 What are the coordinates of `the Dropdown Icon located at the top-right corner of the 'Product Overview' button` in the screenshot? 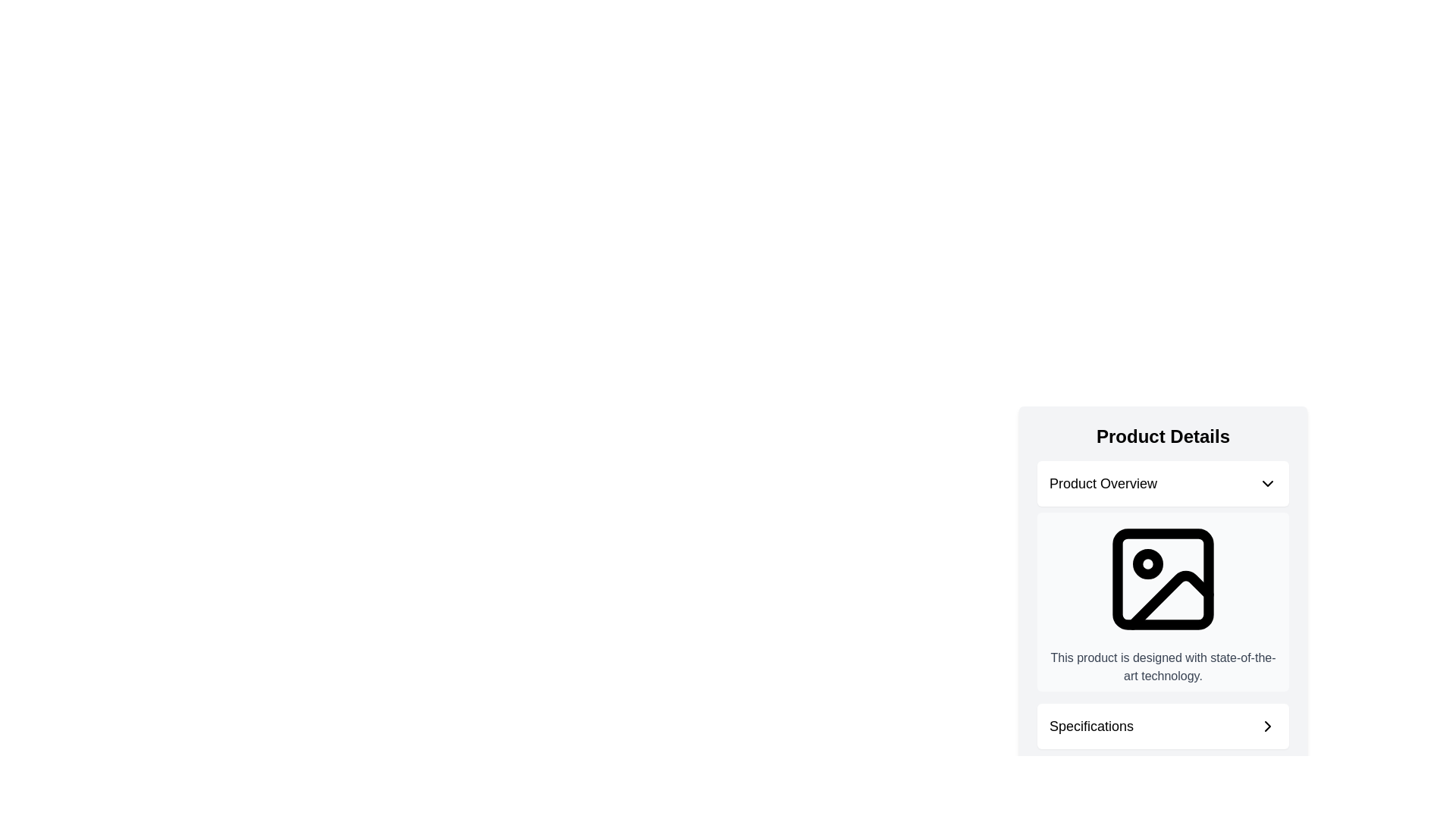 It's located at (1267, 483).